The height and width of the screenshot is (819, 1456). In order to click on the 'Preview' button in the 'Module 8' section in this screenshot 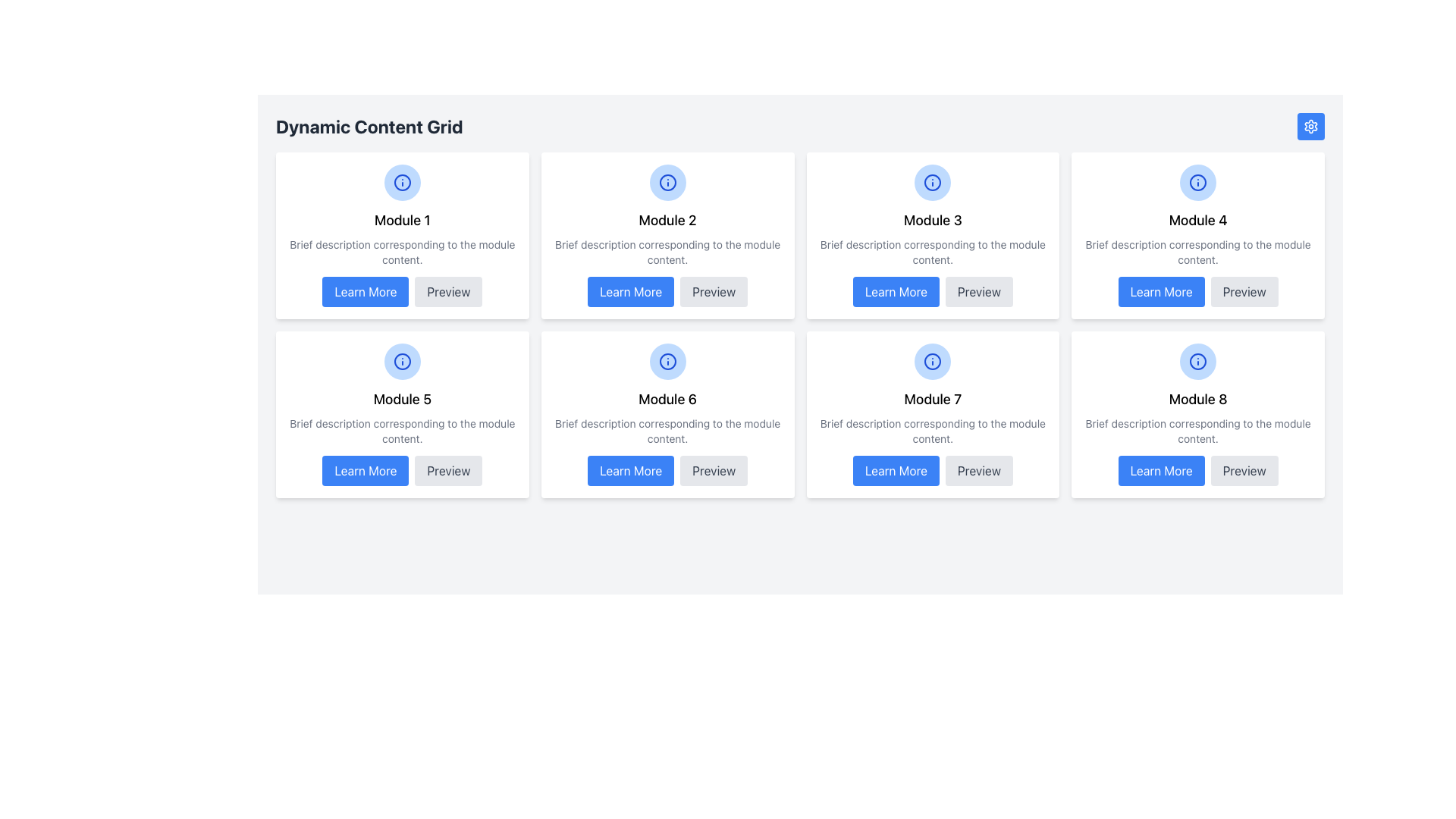, I will do `click(1244, 470)`.